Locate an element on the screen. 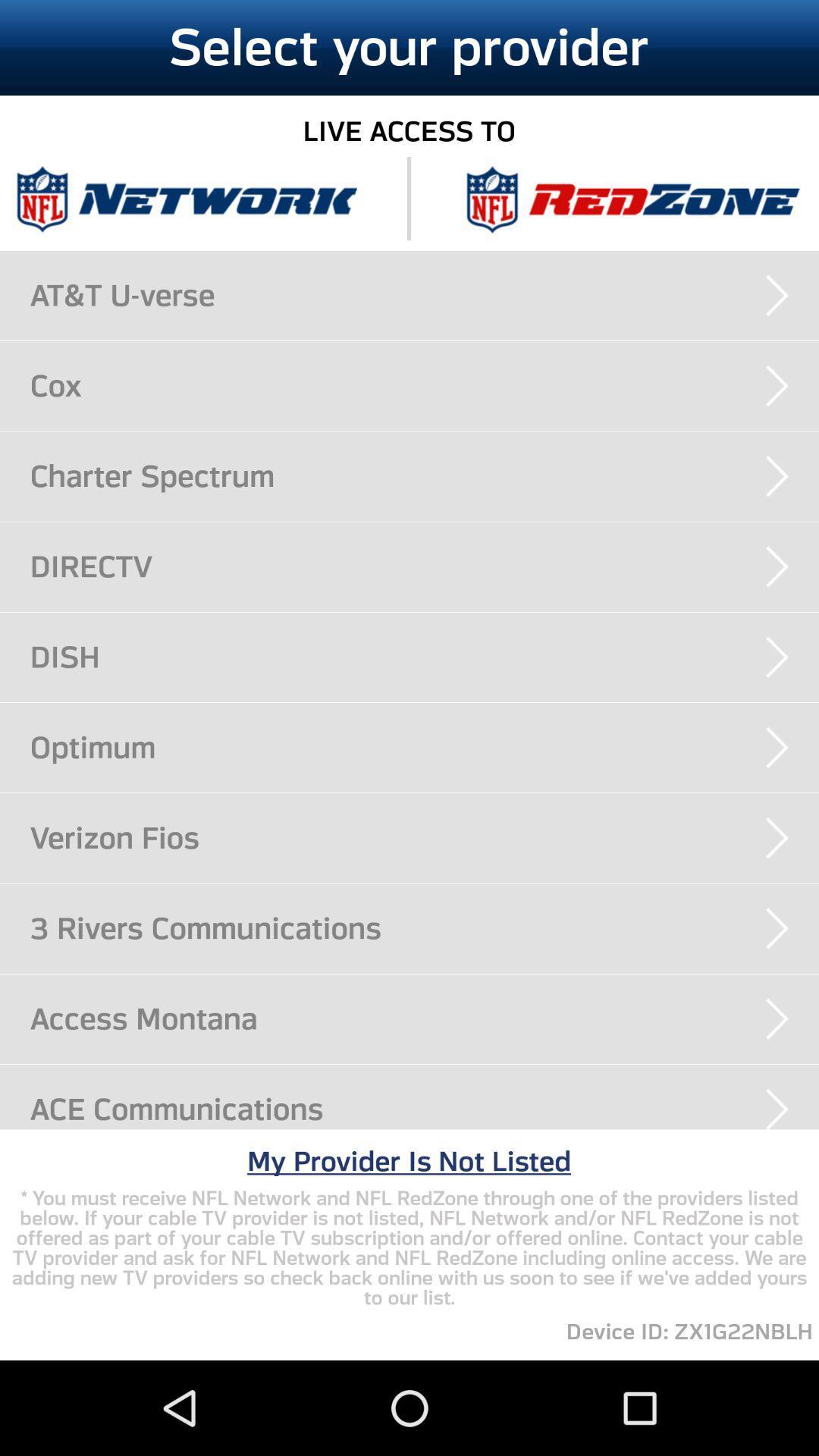 The width and height of the screenshot is (819, 1456). charter spectrum app is located at coordinates (424, 475).